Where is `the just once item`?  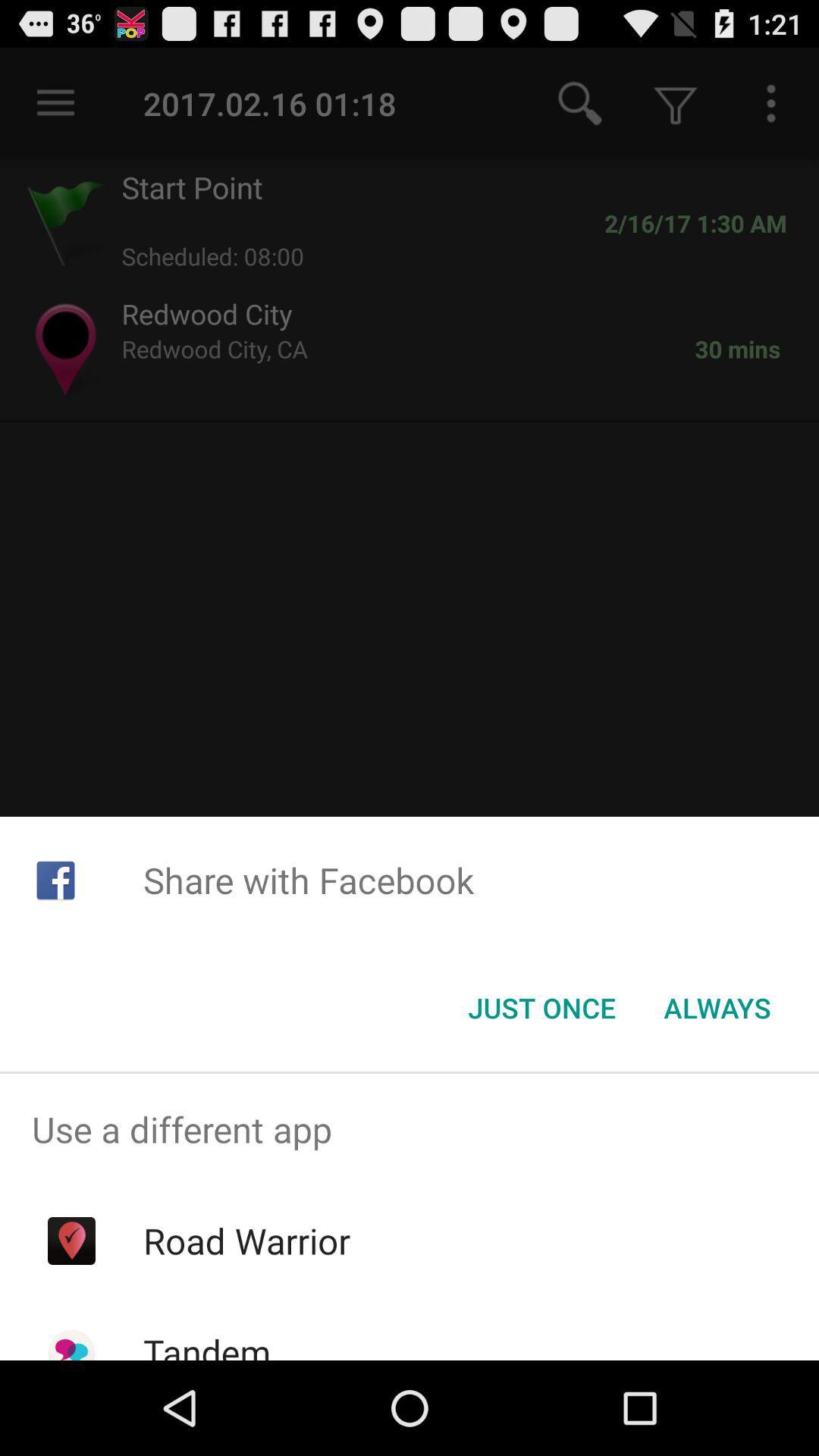 the just once item is located at coordinates (541, 1008).